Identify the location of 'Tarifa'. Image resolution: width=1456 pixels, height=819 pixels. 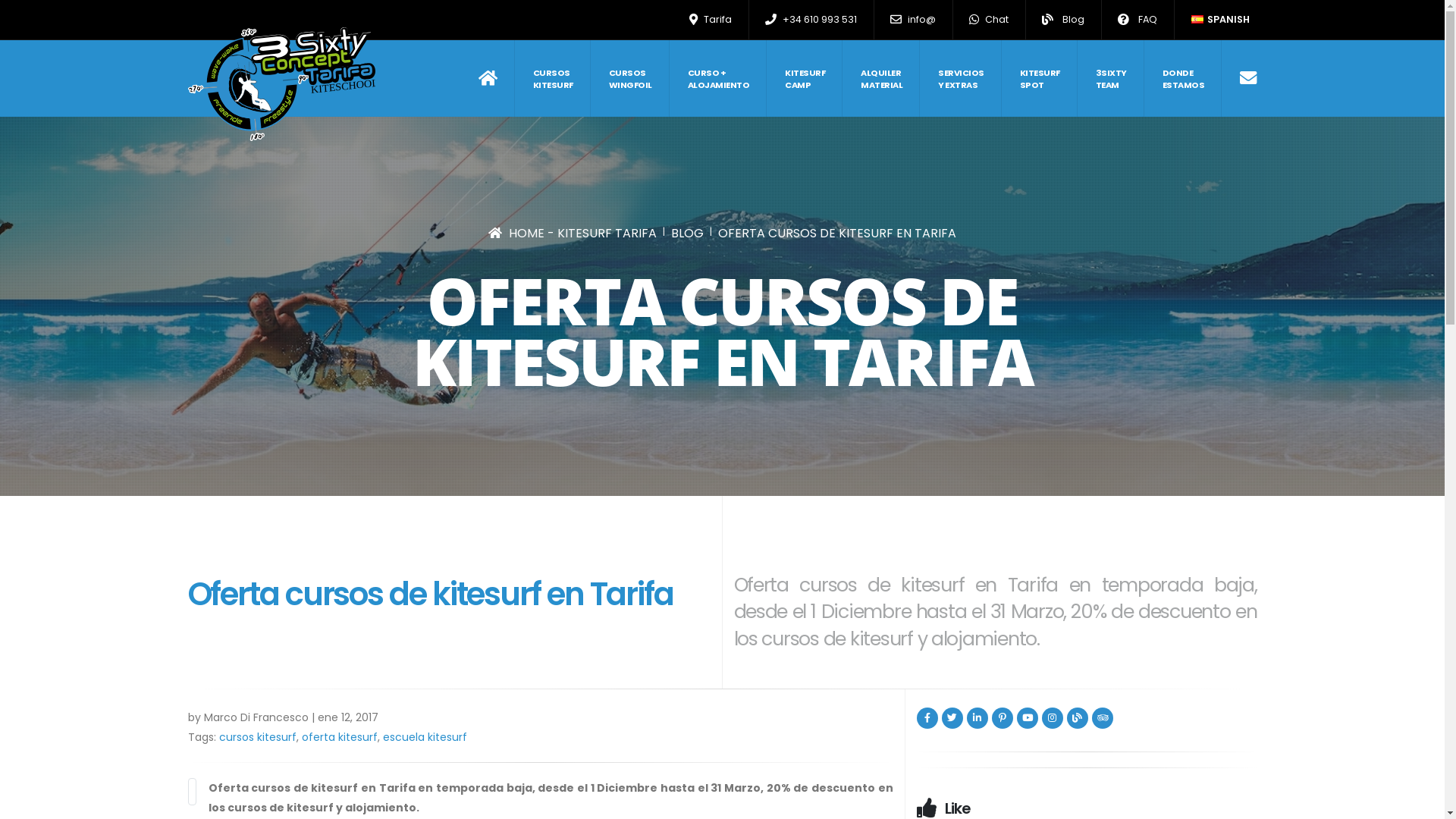
(710, 20).